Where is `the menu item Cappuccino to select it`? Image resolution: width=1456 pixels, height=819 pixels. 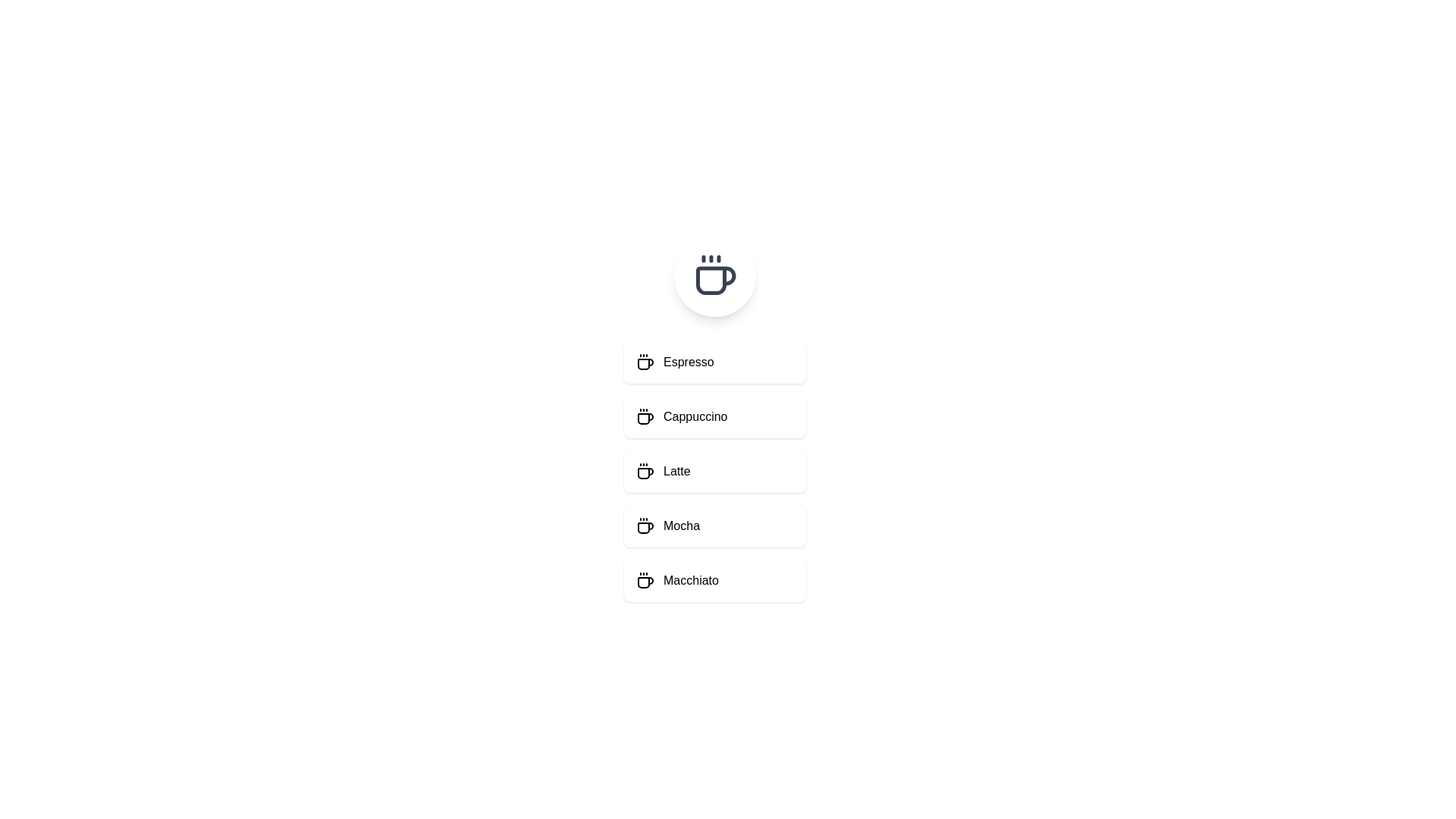 the menu item Cappuccino to select it is located at coordinates (714, 417).